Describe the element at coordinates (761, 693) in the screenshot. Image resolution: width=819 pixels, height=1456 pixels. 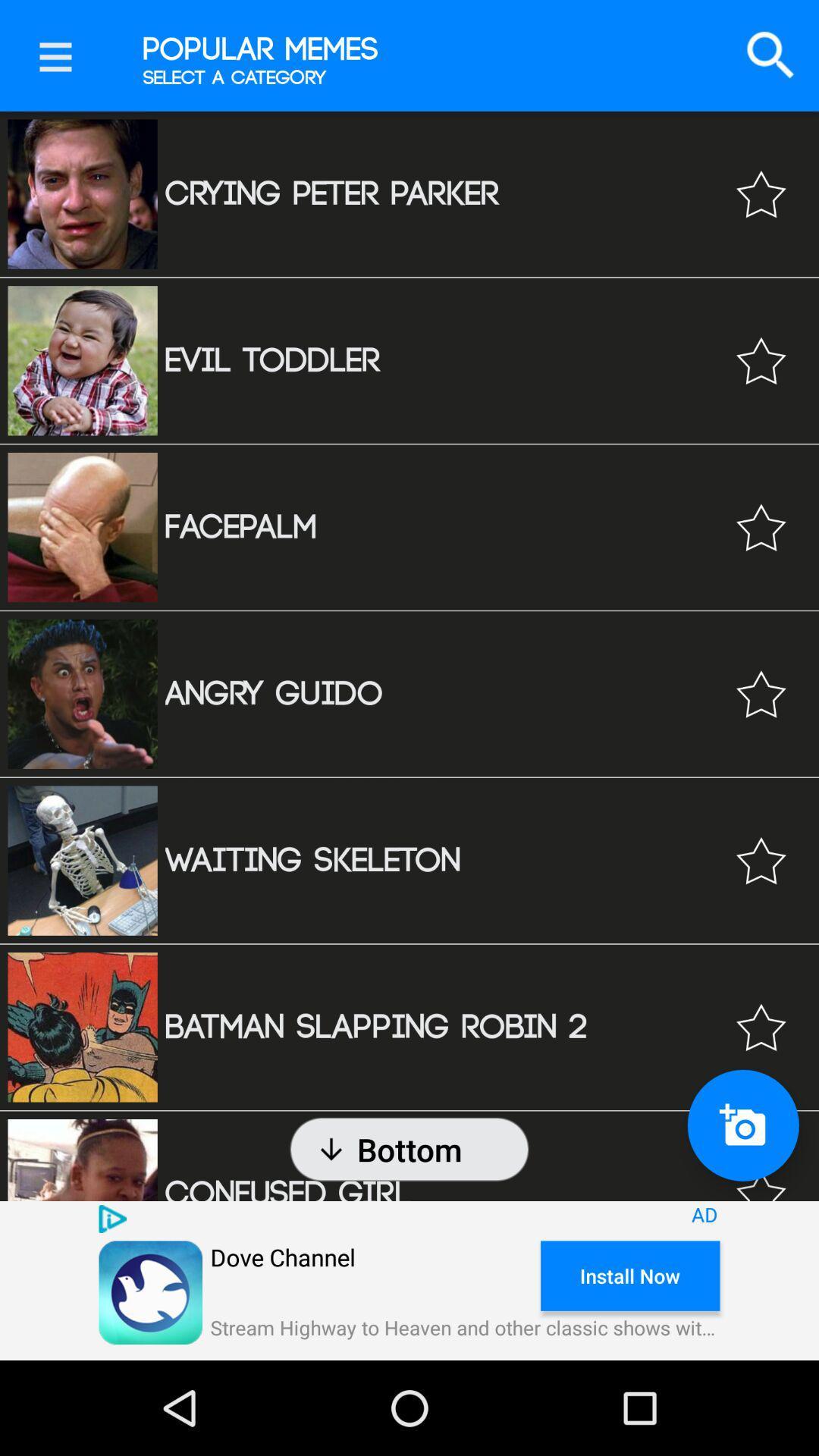
I see `the post` at that location.